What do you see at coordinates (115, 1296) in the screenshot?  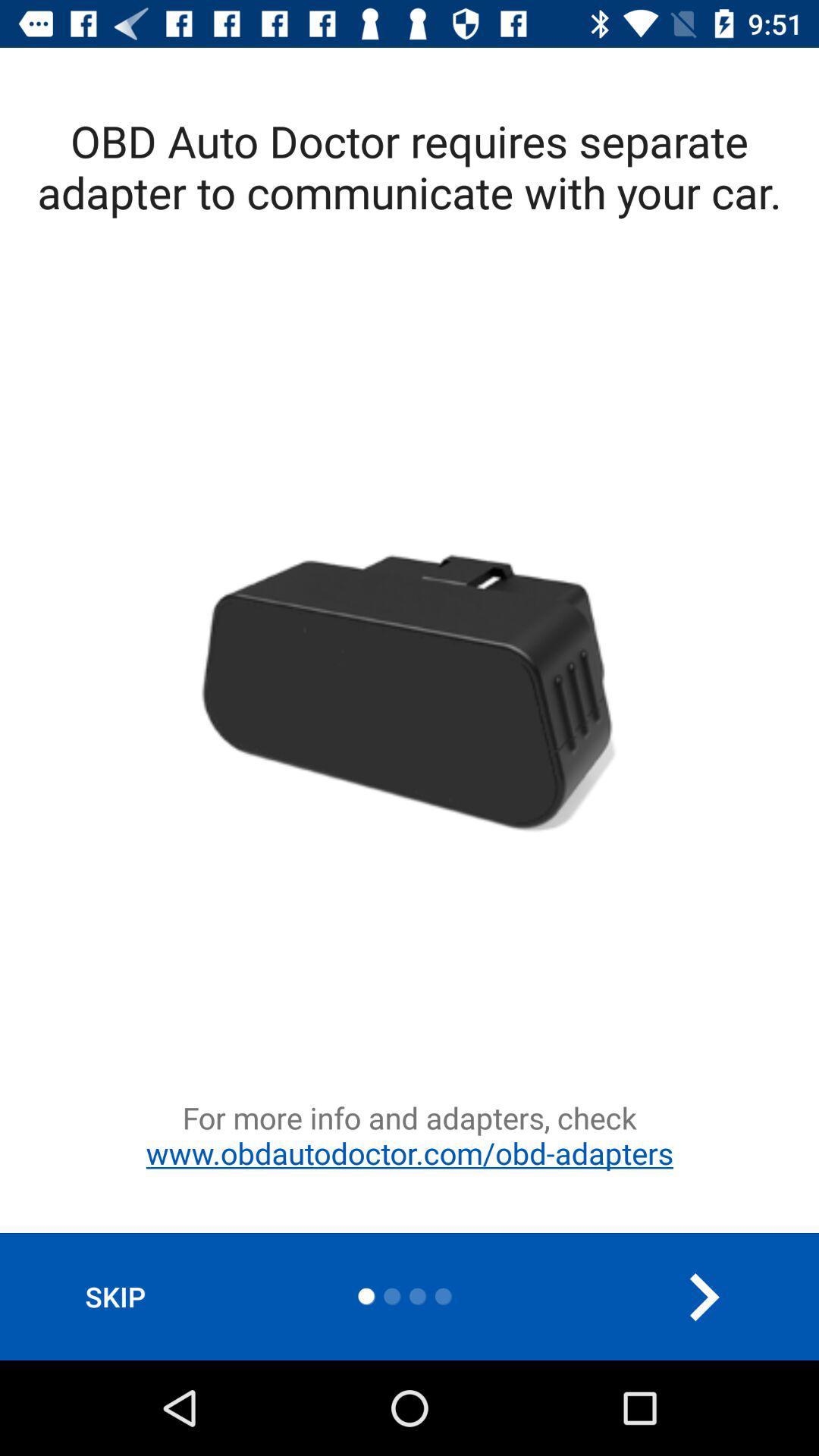 I see `item below for more info` at bounding box center [115, 1296].